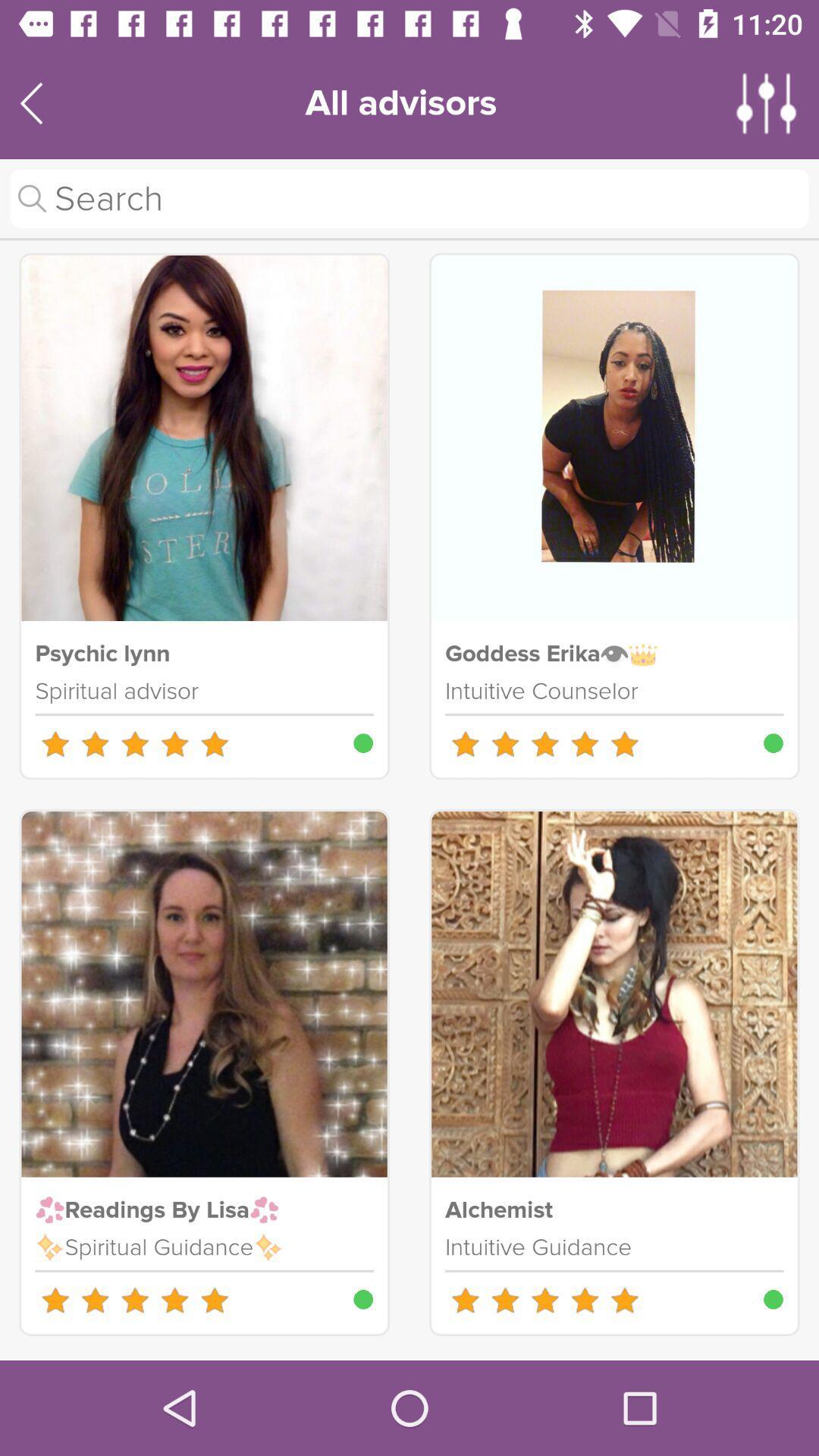 The height and width of the screenshot is (1456, 819). I want to click on the start options which is below the text intuitive counselor, so click(544, 743).